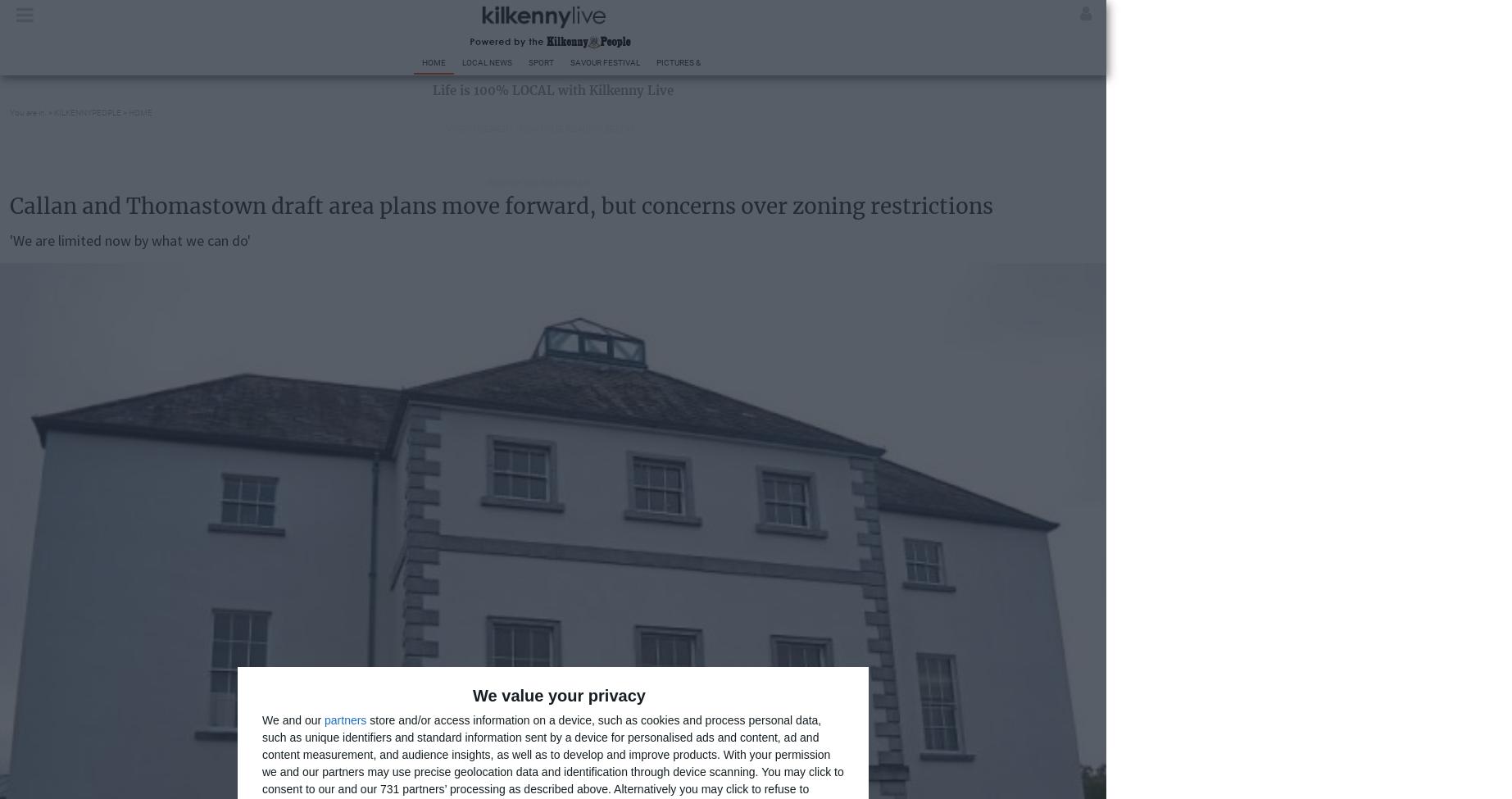 This screenshot has width=1512, height=799. What do you see at coordinates (1010, 62) in the screenshot?
I see `'EcoLive'` at bounding box center [1010, 62].